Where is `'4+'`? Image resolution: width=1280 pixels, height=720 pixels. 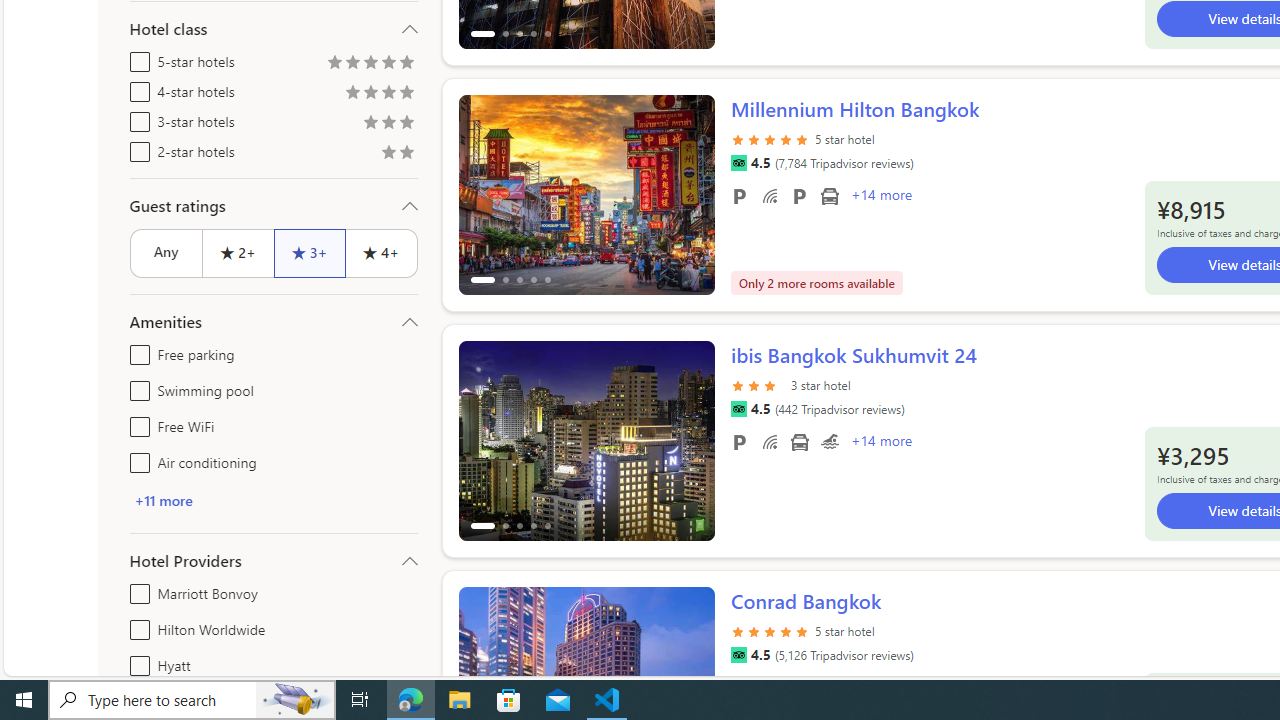
'4+' is located at coordinates (382, 252).